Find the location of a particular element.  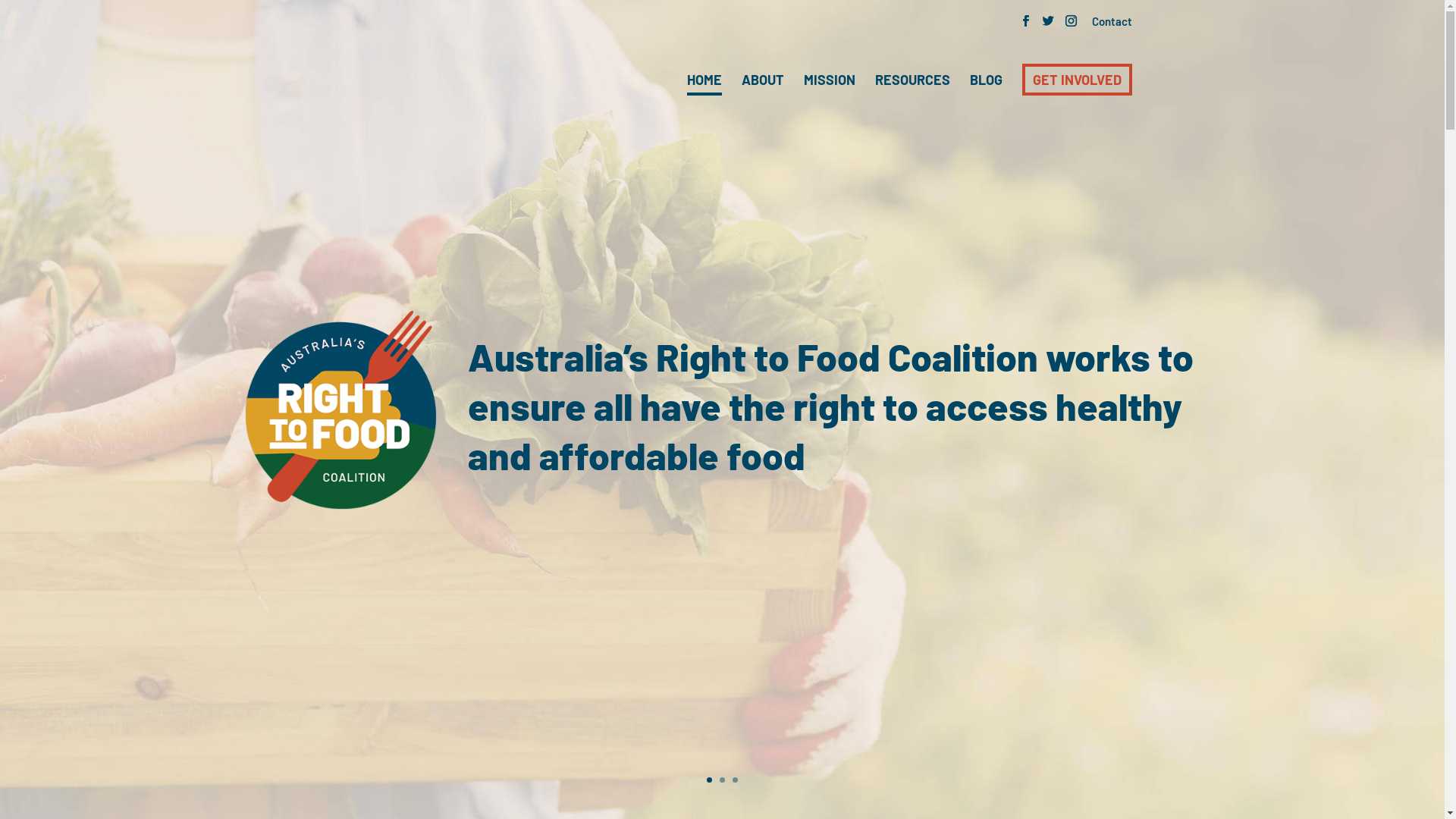

'GET INVOLVED' is located at coordinates (1076, 79).